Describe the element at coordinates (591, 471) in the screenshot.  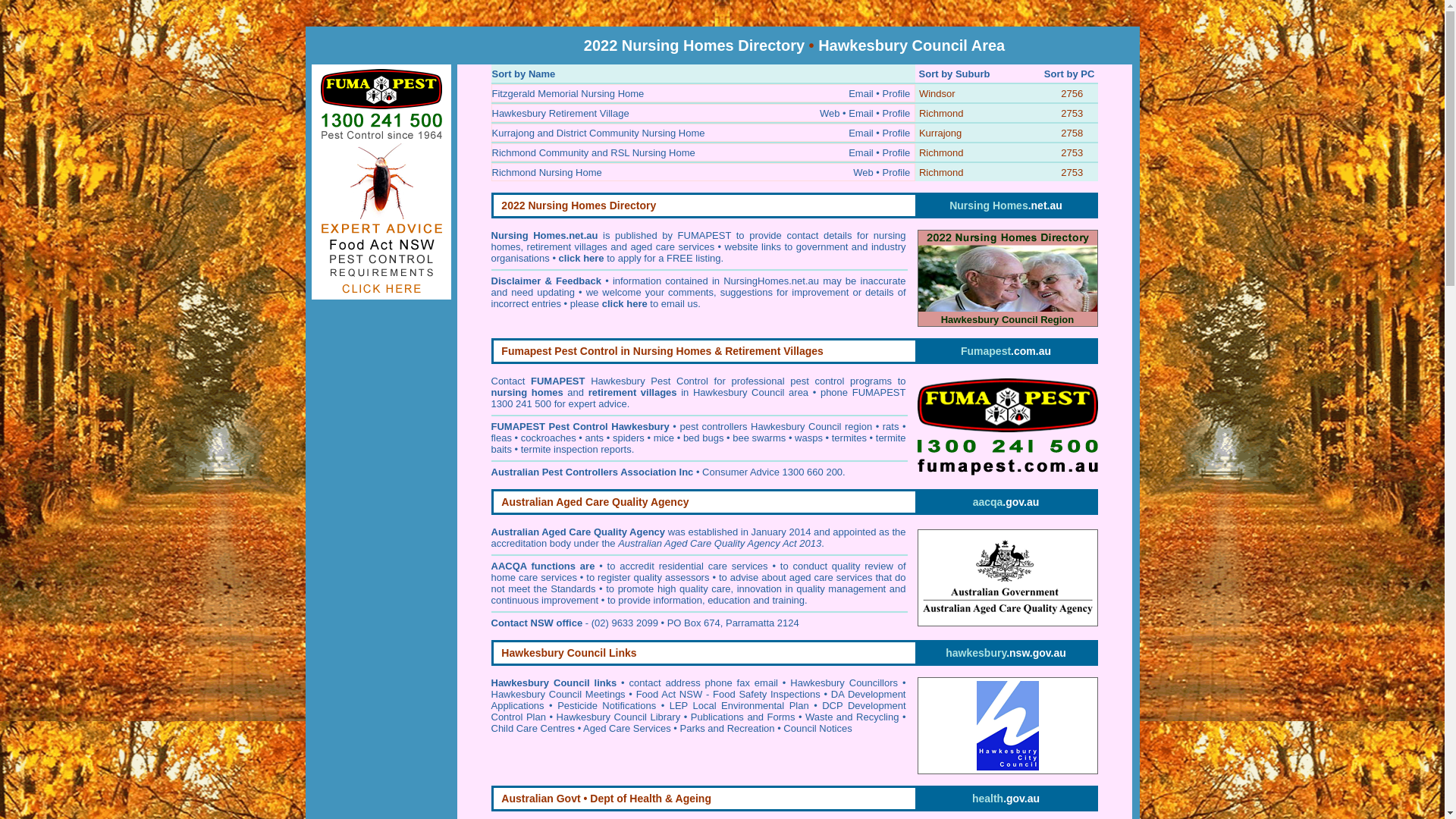
I see `'Australian Pest Controllers Association Inc'` at that location.